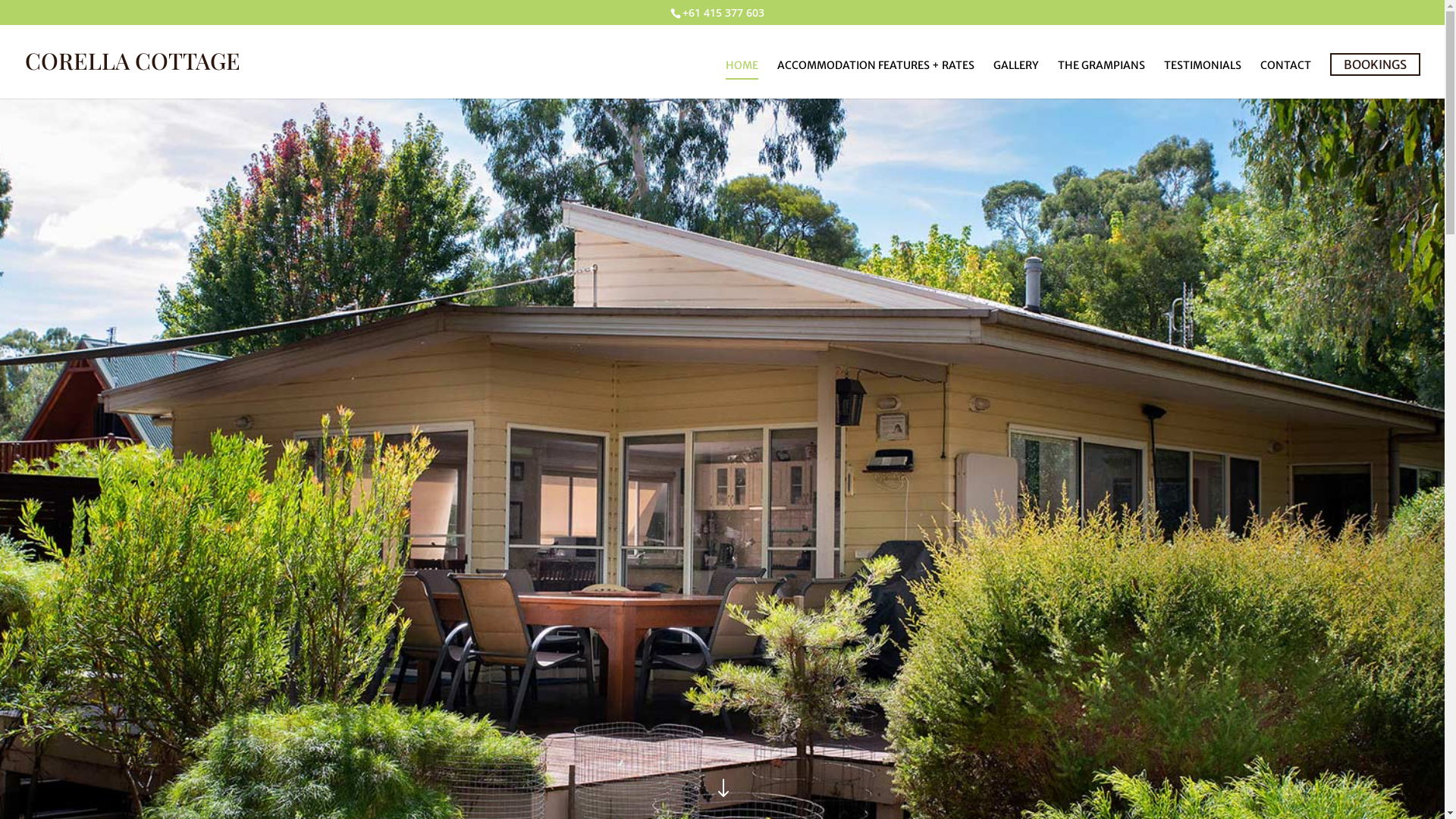 The height and width of the screenshot is (819, 1456). Describe the element at coordinates (723, 12) in the screenshot. I see `'+61 415 377 603'` at that location.